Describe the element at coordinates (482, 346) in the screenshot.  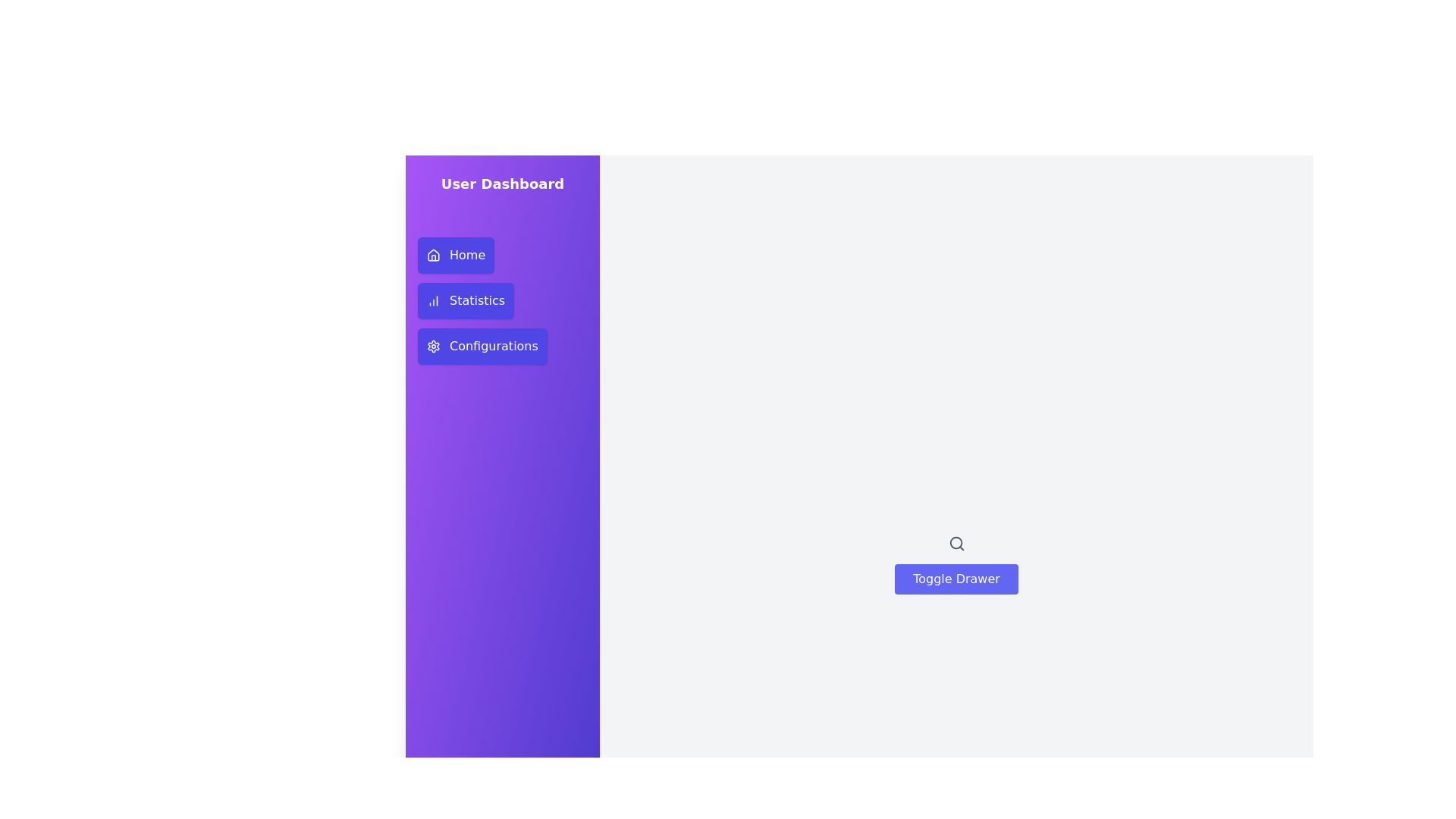
I see `the menu item Configurations in the drawer` at that location.